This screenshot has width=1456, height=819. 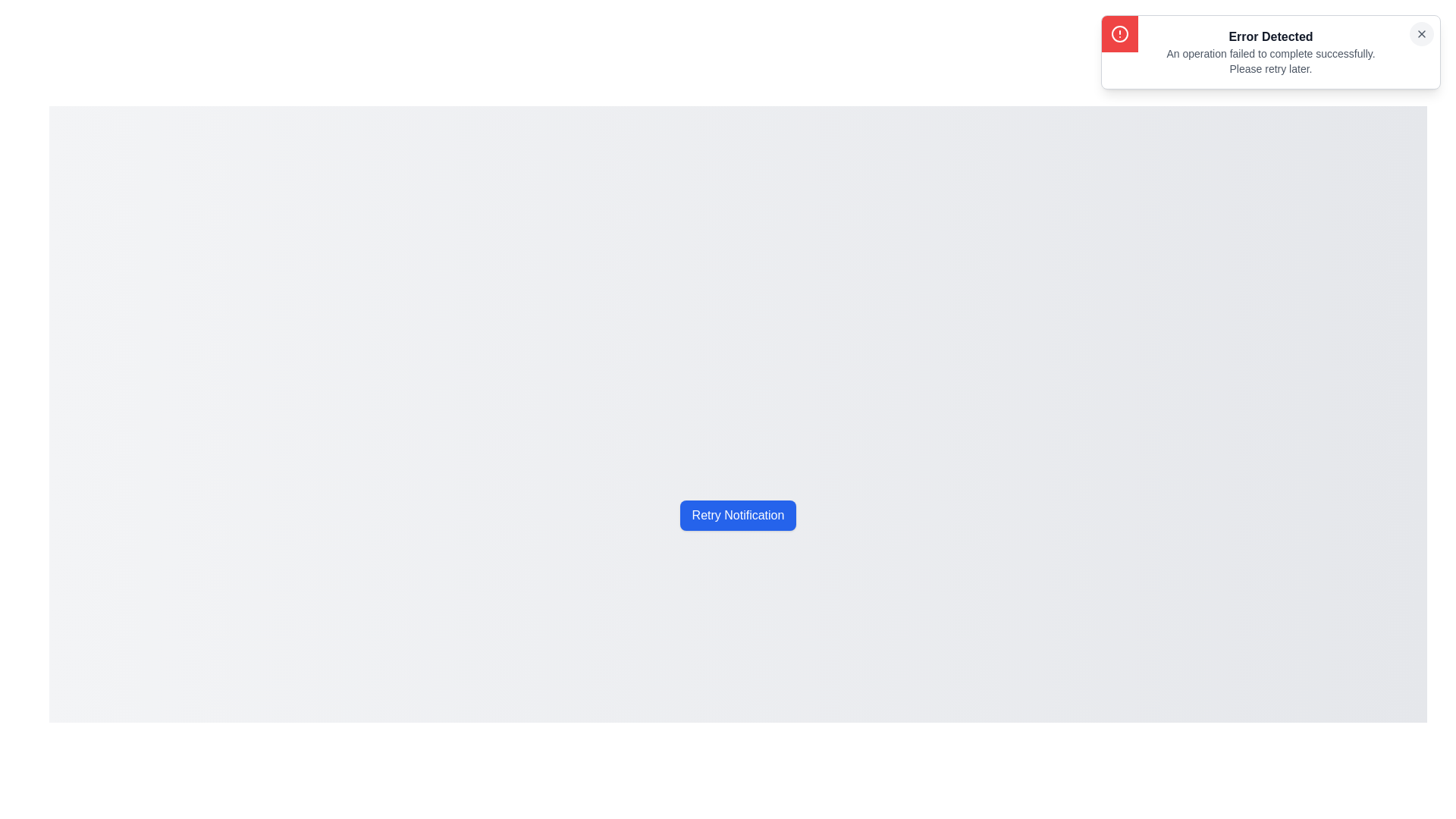 I want to click on the 'Retry Notification' button to retry the notification, so click(x=738, y=514).